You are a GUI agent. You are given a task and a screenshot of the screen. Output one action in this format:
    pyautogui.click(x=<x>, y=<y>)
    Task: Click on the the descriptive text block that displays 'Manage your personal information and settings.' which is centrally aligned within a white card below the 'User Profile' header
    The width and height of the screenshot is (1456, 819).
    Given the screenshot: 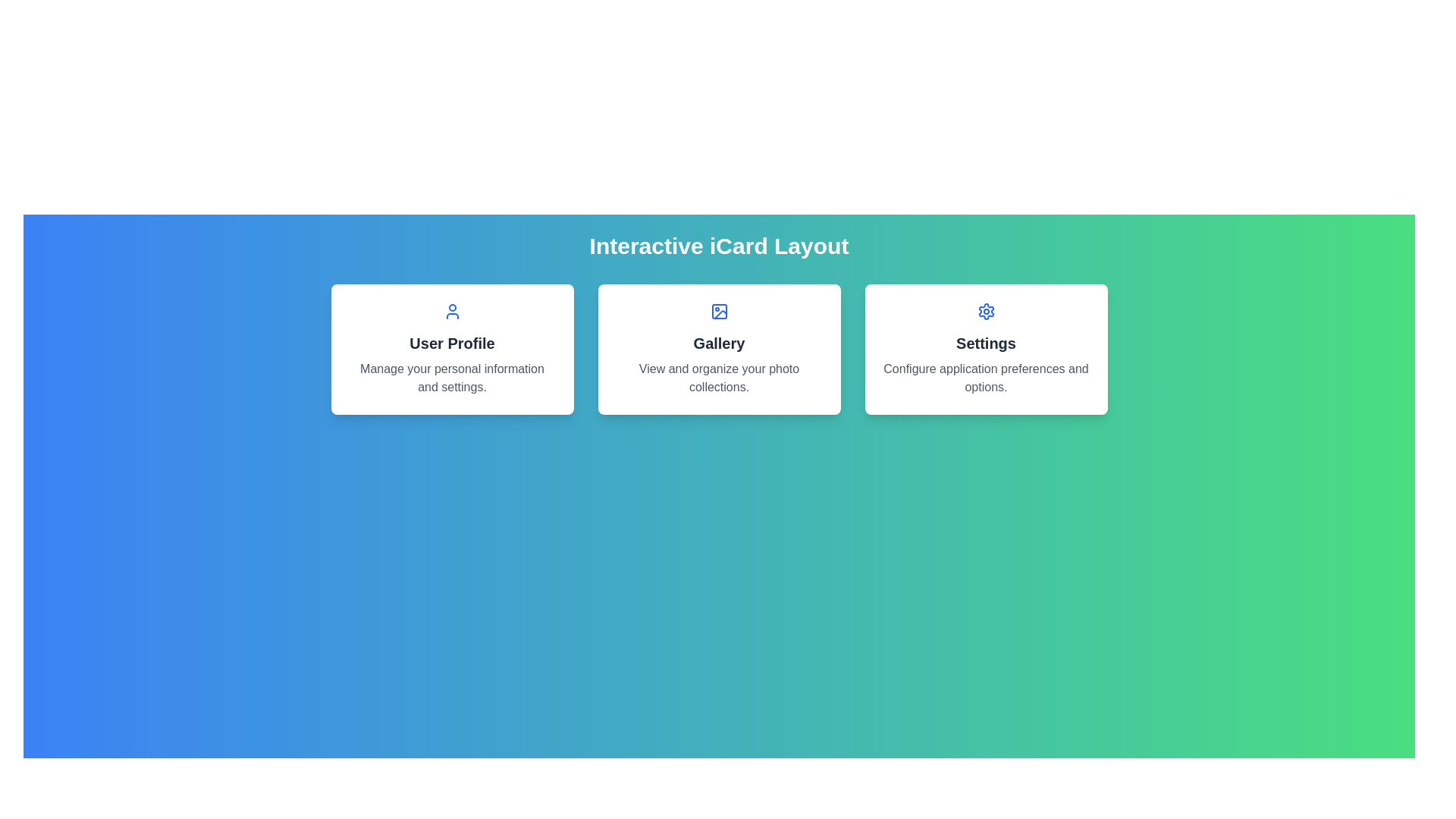 What is the action you would take?
    pyautogui.click(x=451, y=377)
    